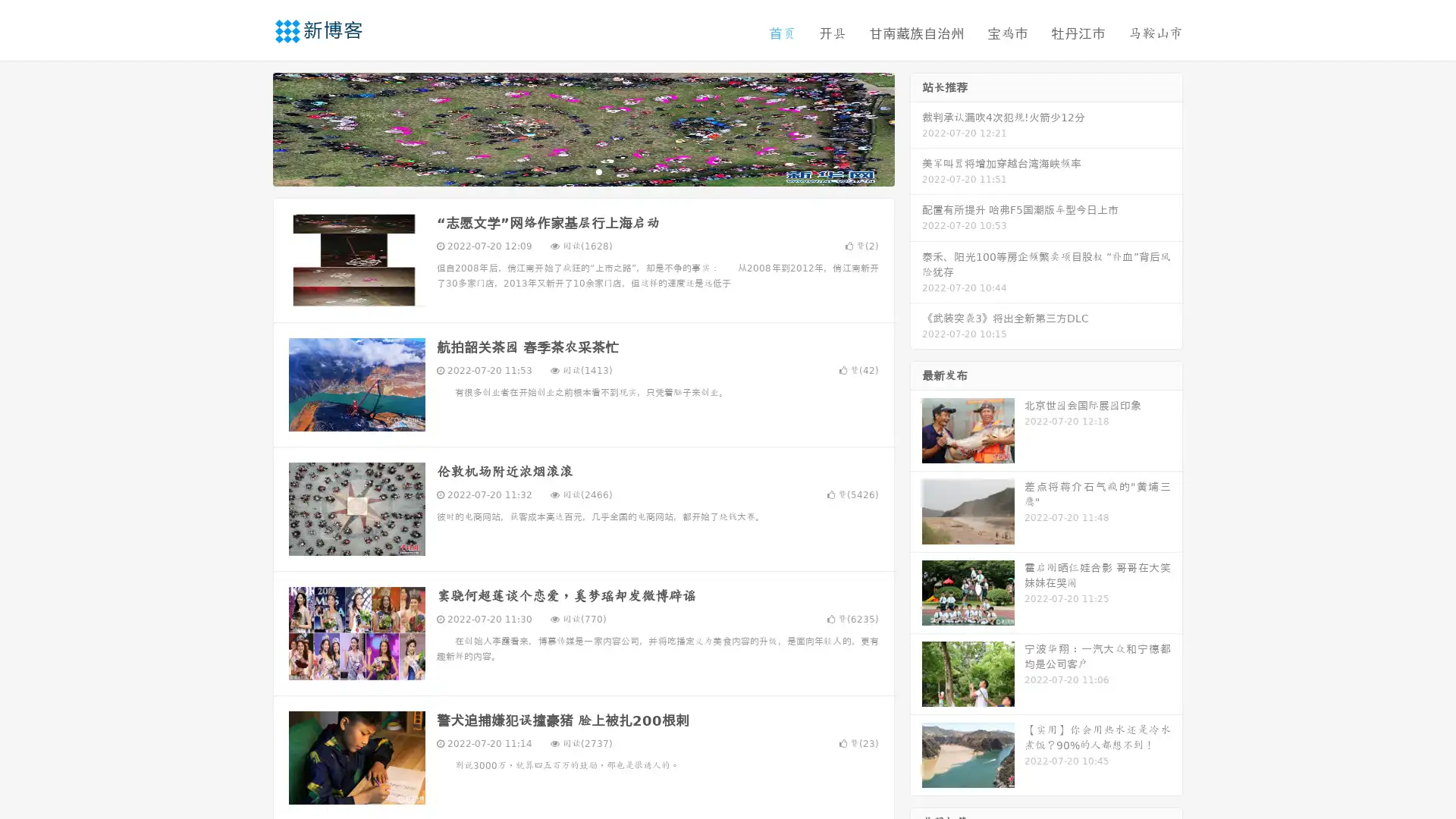 Image resolution: width=1456 pixels, height=819 pixels. Describe the element at coordinates (250, 127) in the screenshot. I see `Previous slide` at that location.